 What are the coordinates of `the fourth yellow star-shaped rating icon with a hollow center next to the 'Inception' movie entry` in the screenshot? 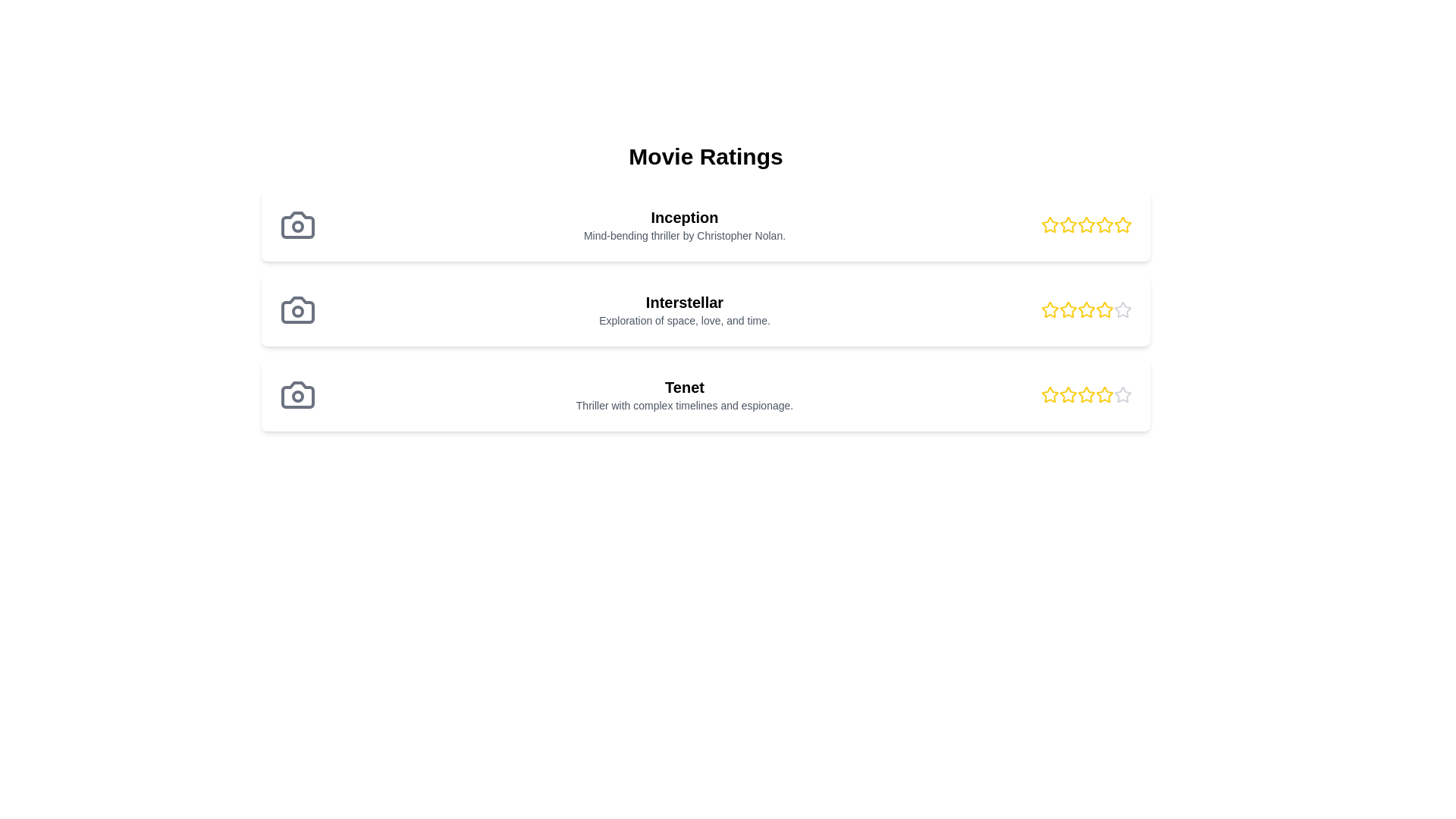 It's located at (1105, 224).